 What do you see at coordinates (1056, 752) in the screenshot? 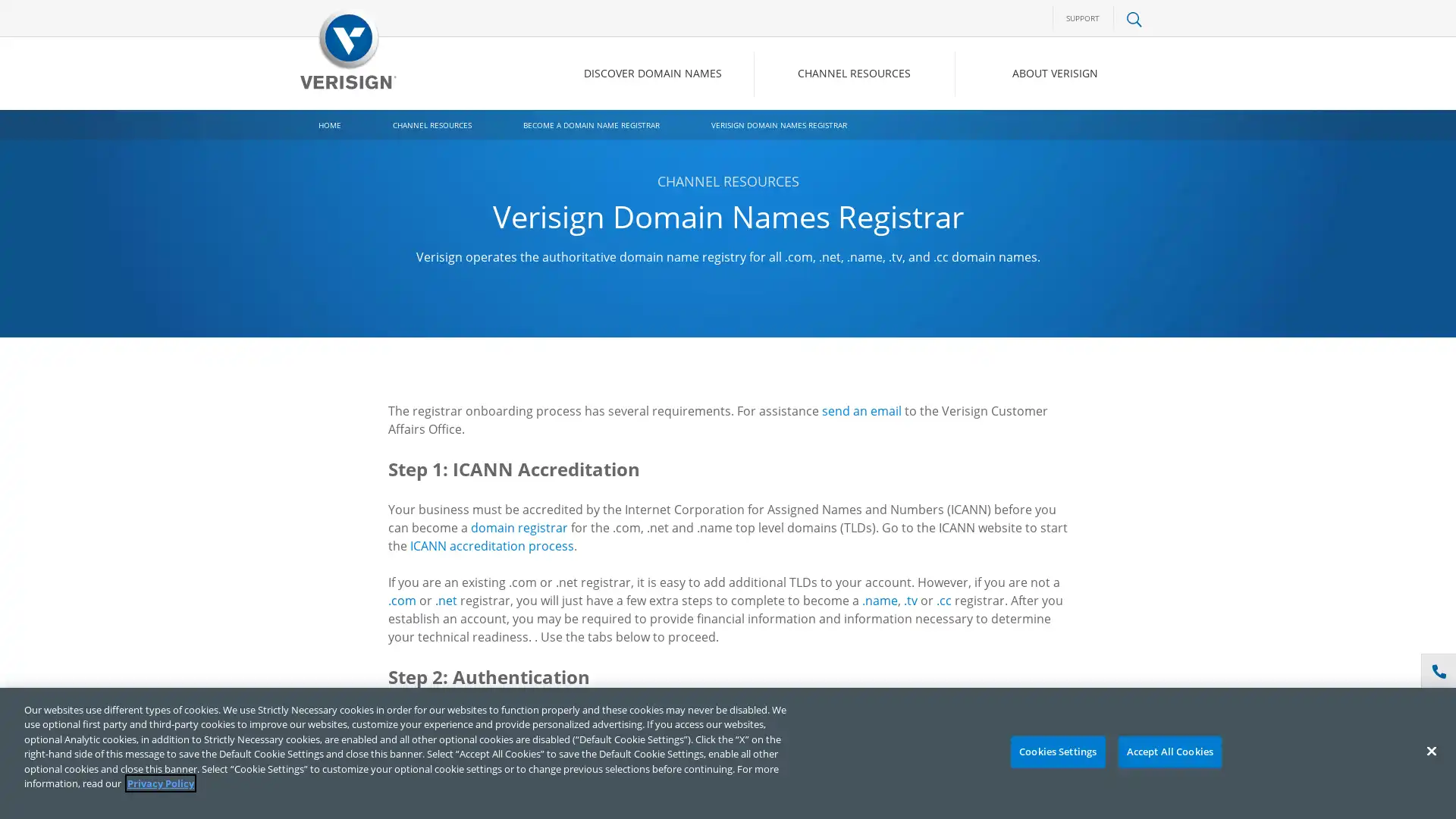
I see `Cookies Settings` at bounding box center [1056, 752].